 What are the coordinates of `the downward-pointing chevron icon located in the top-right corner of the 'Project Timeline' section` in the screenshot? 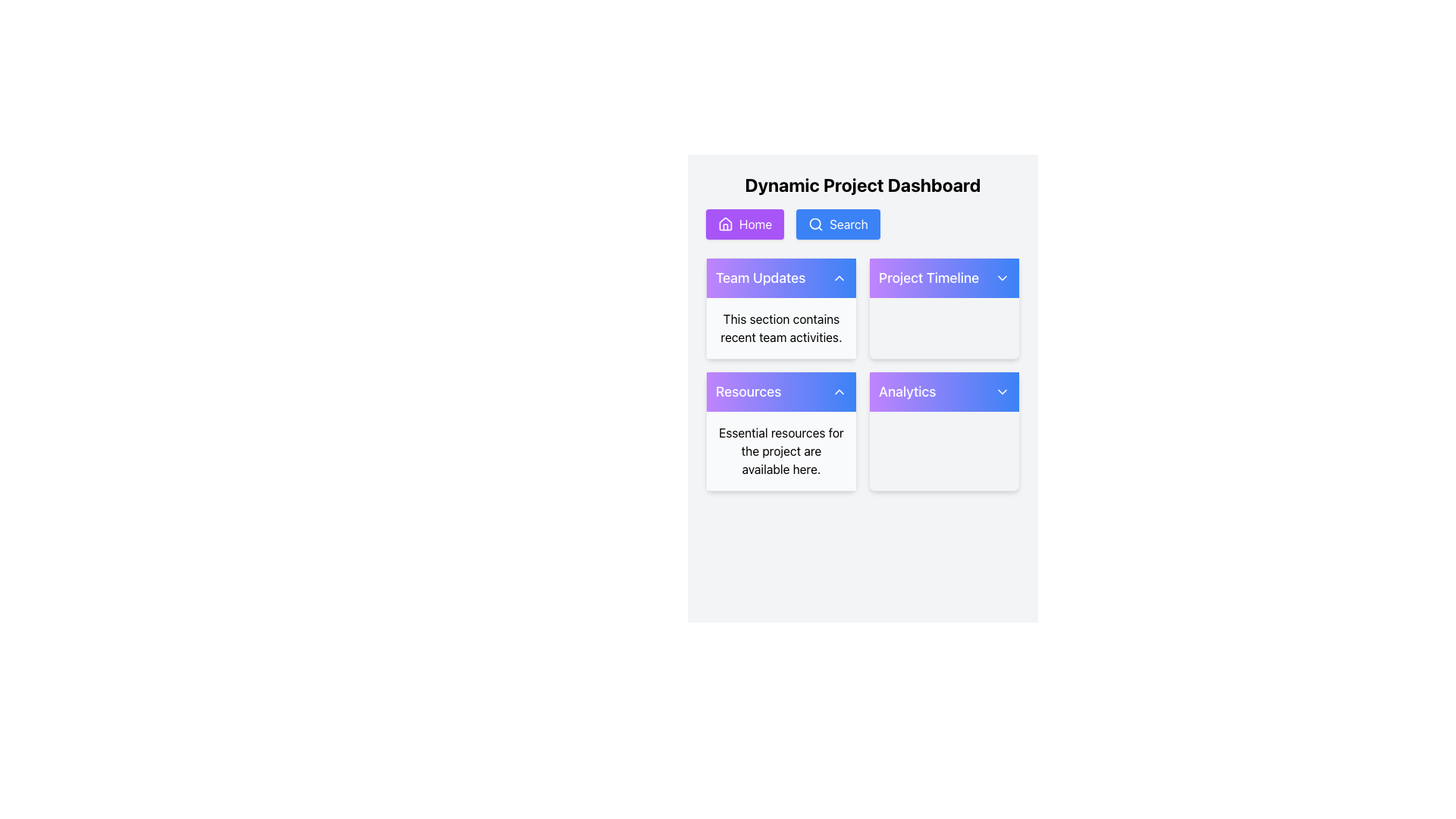 It's located at (1002, 278).